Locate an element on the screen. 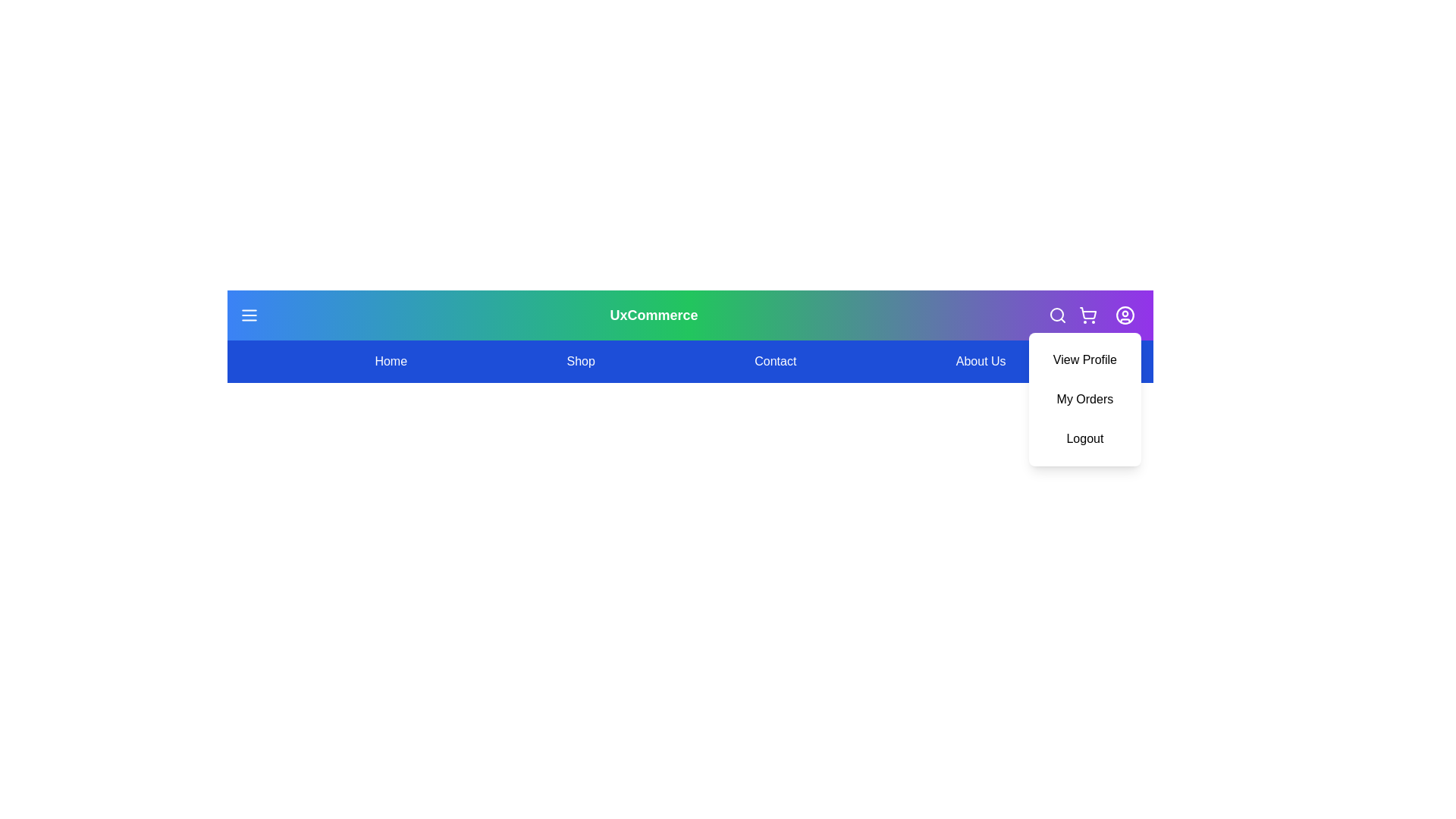  menu button to toggle the menu visibility is located at coordinates (249, 315).